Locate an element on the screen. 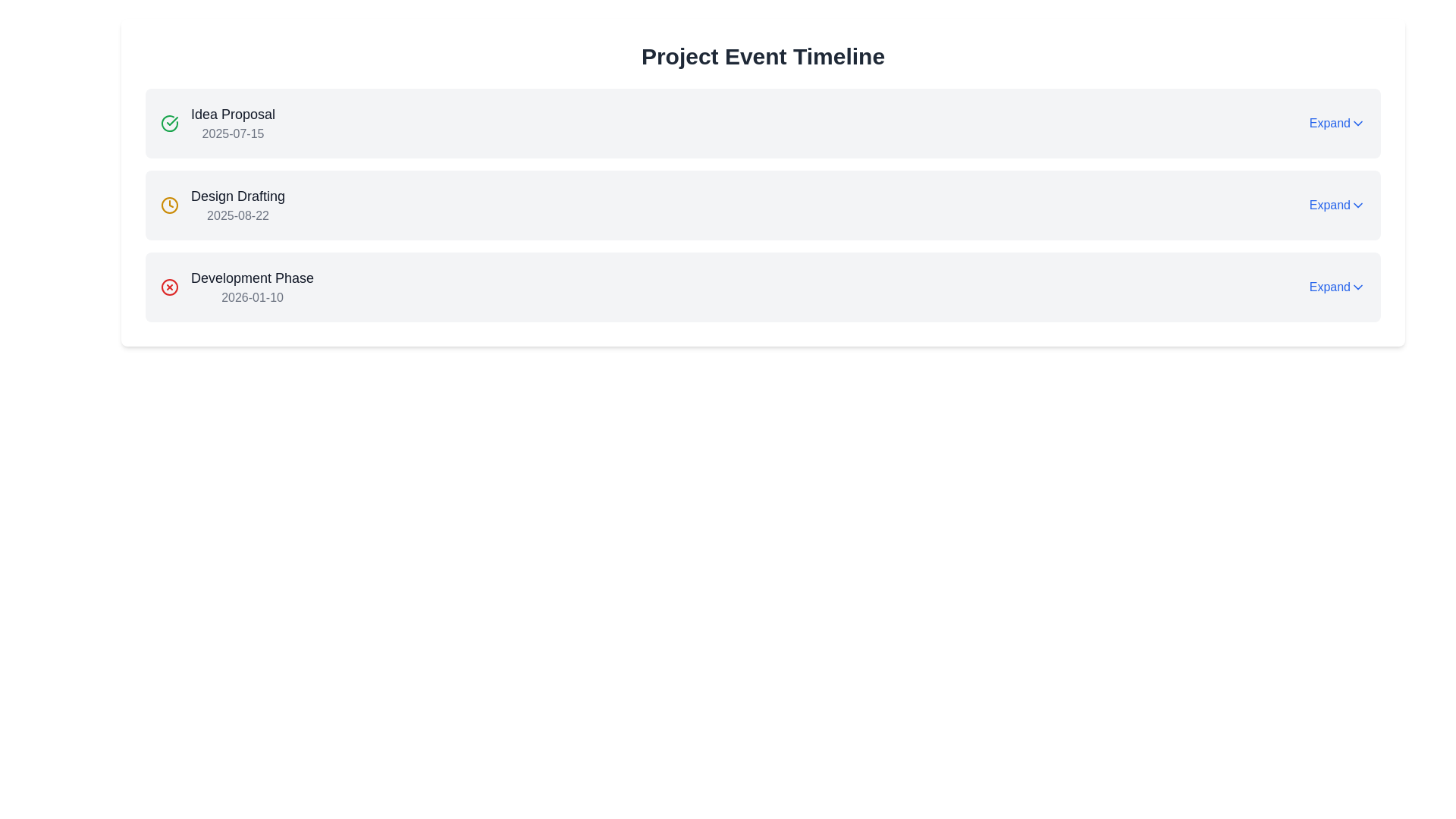 The image size is (1456, 819). the title of the second entry in the 'Project Event Timeline' list, which is located between 'Idea Proposal' and 'Development Phase', and is accompanied by the date '2025-08-22' is located at coordinates (237, 195).